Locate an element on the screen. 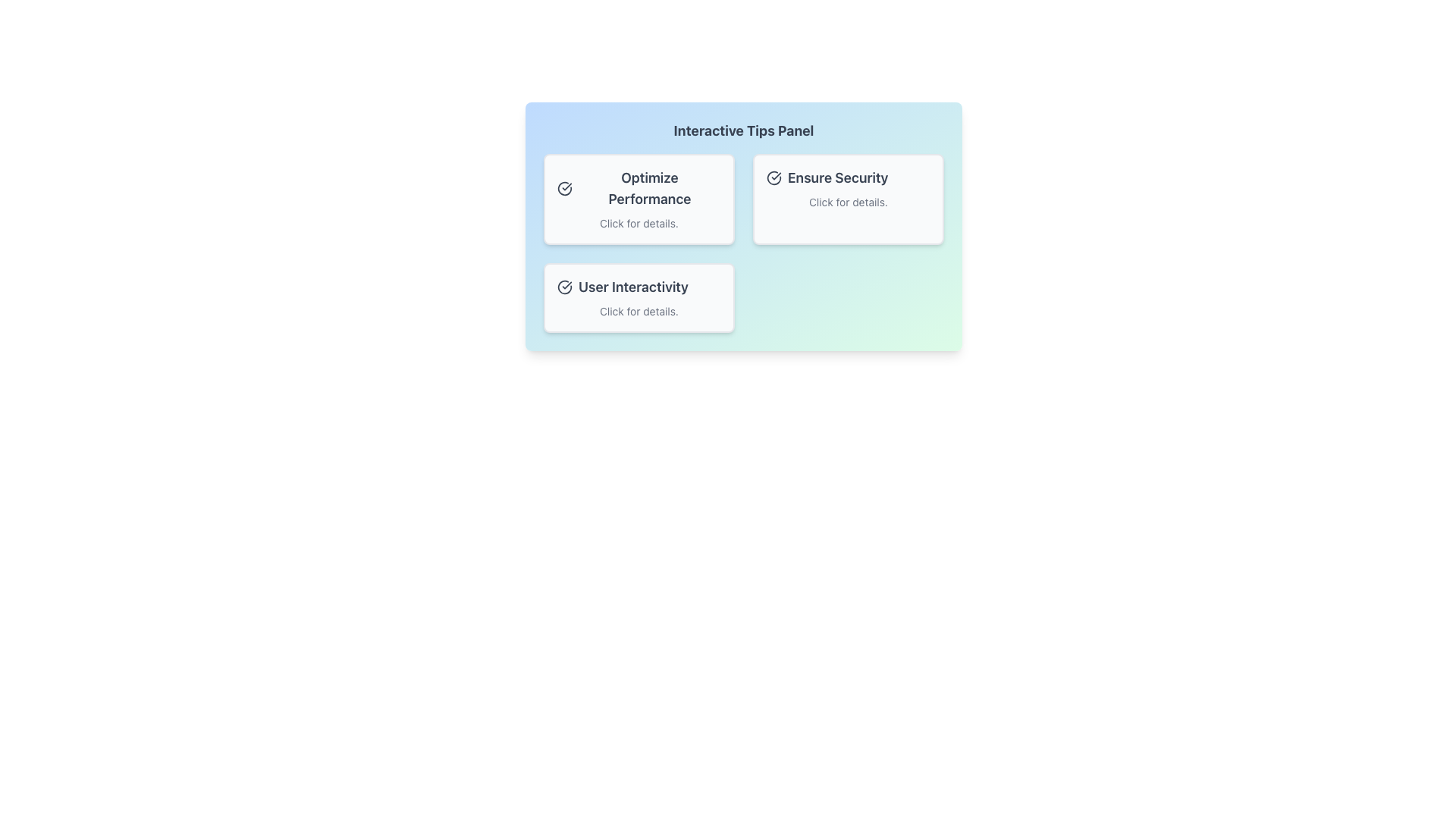 This screenshot has height=819, width=1456. the informational card about 'User Interactivity', which is the third element in the grid layout below 'Optimize Performance' and 'Ensure Security' is located at coordinates (639, 298).